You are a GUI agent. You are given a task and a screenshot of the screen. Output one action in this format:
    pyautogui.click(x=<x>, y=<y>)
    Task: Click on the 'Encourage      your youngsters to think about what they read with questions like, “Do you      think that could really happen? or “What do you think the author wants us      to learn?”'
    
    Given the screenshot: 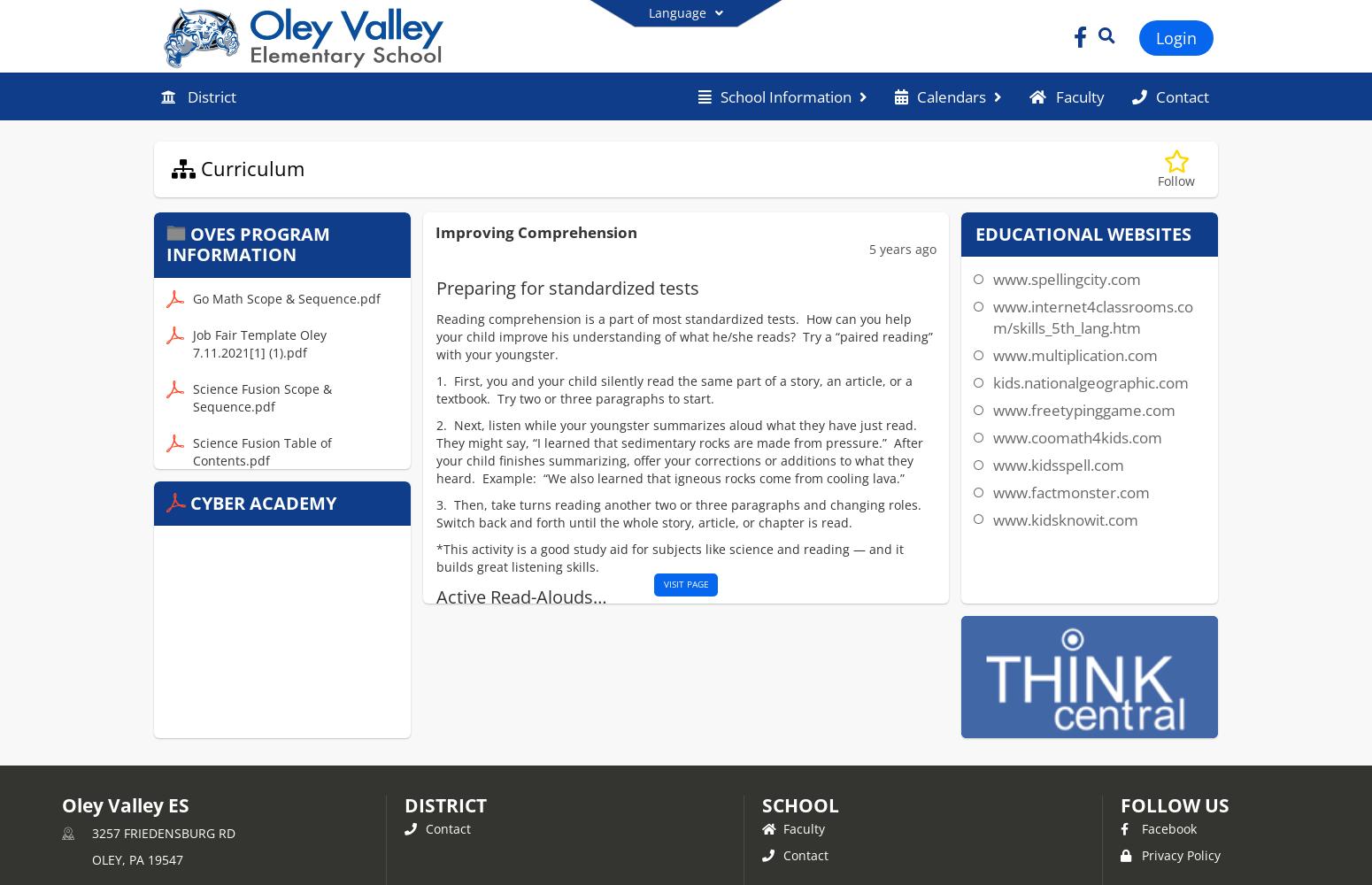 What is the action you would take?
    pyautogui.click(x=700, y=741)
    